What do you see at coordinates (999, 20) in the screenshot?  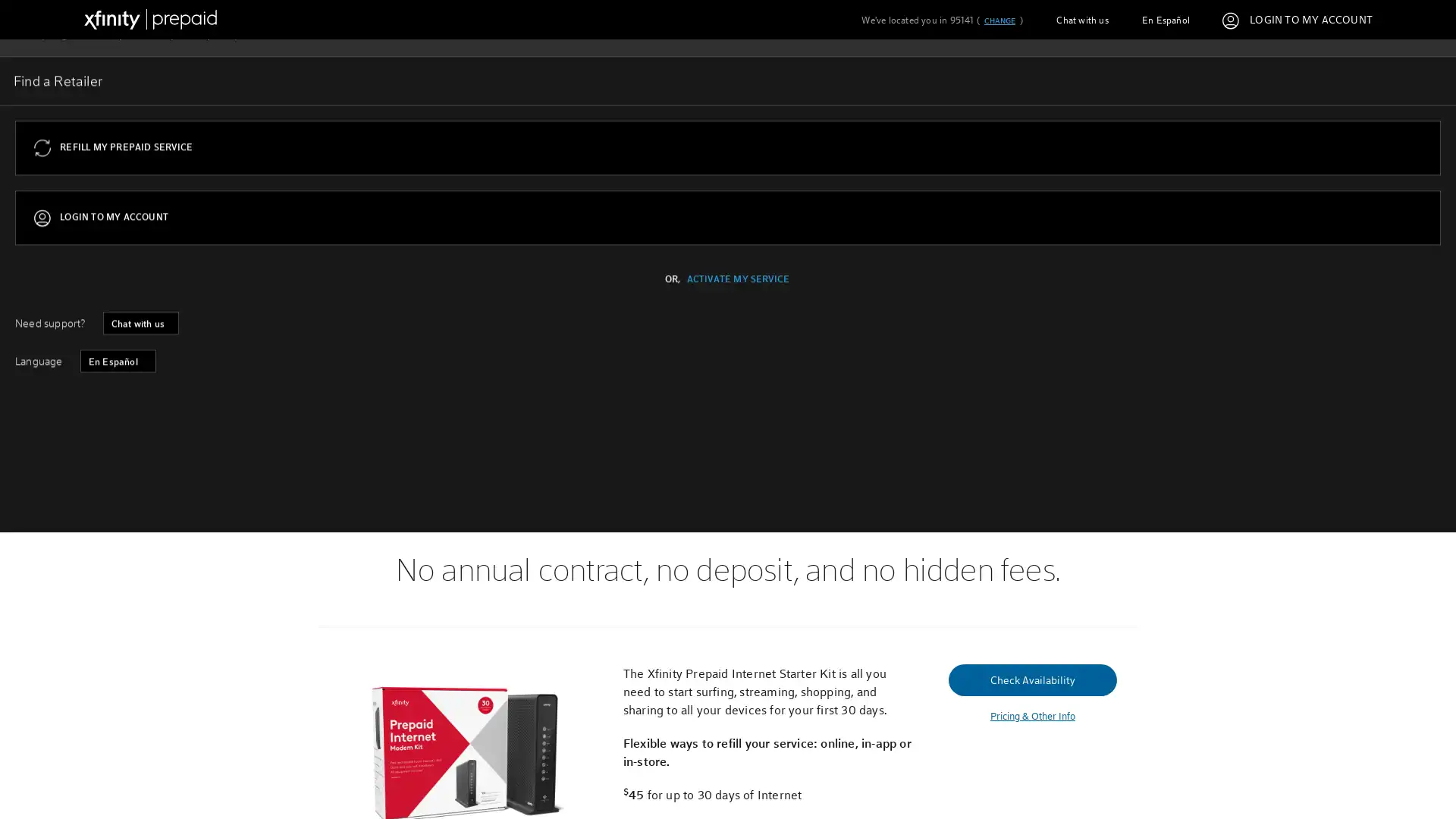 I see `CHANGE` at bounding box center [999, 20].